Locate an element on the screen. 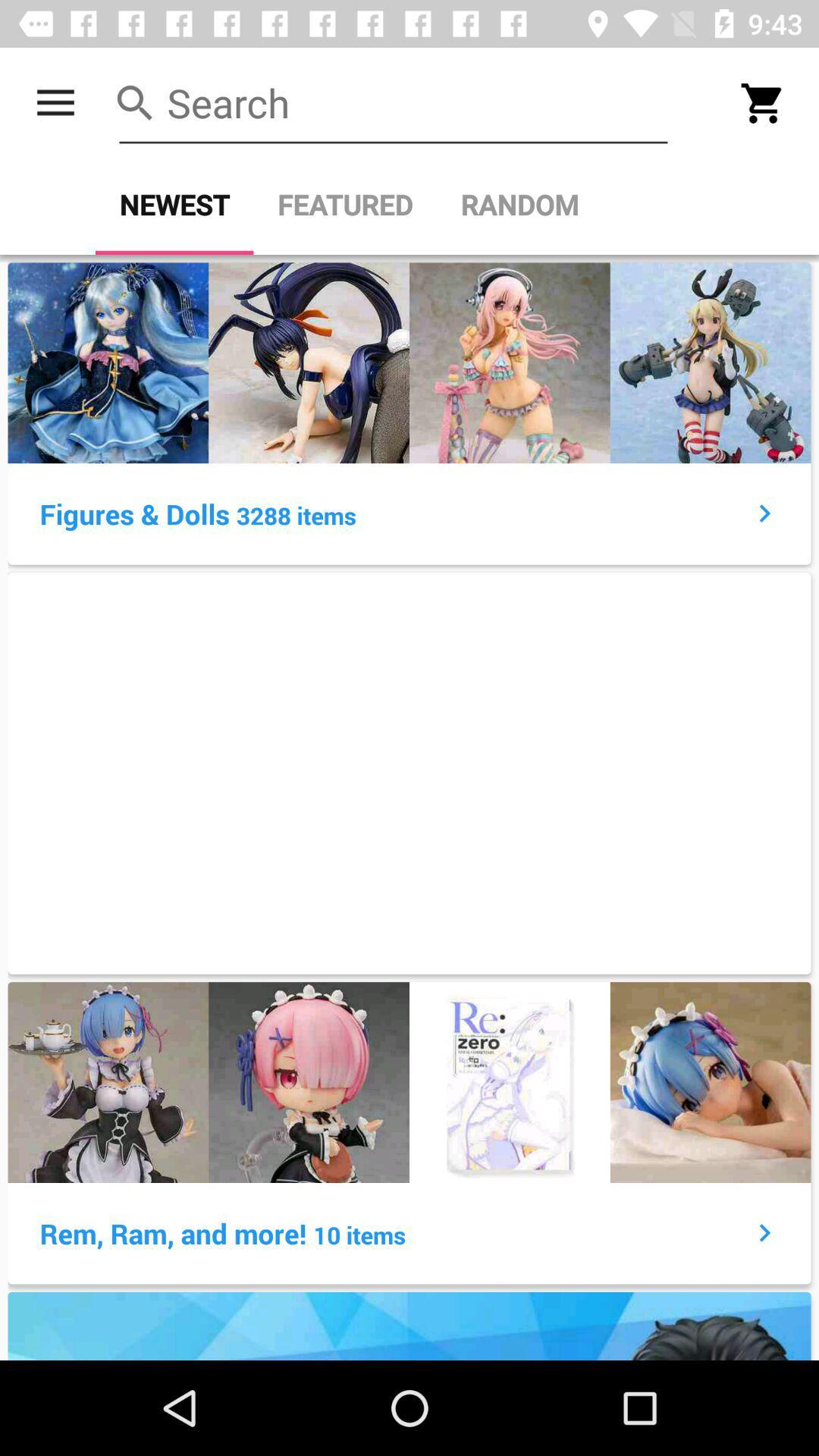 Image resolution: width=819 pixels, height=1456 pixels. item next to newest is located at coordinates (345, 204).